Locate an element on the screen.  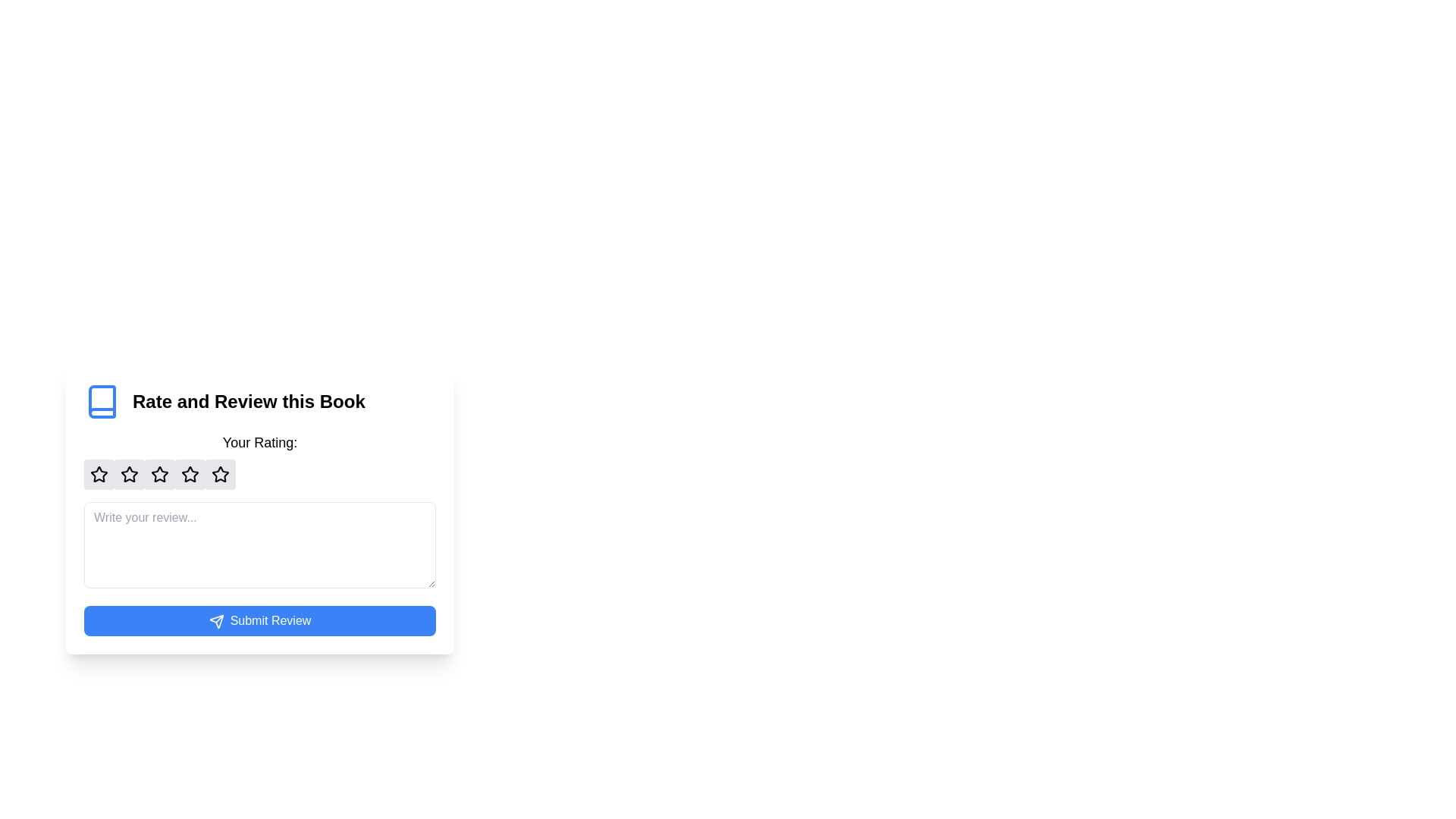
the second star icon in the rating component located below the 'Your Rating:' text is located at coordinates (130, 473).